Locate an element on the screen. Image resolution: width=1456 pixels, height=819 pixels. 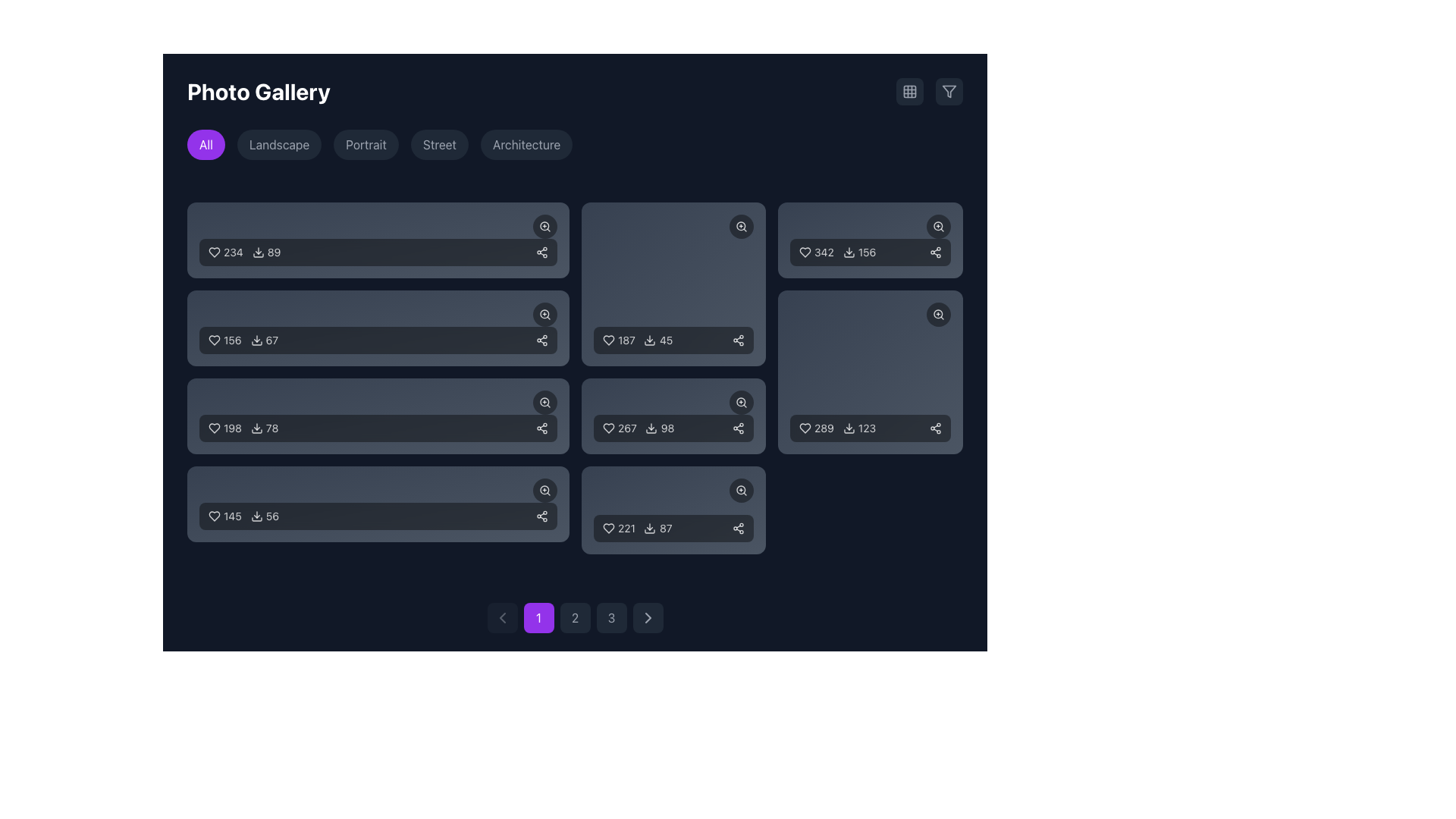
the zoom icon located in the top-right corner of the tile displaying '342 156' is located at coordinates (938, 227).